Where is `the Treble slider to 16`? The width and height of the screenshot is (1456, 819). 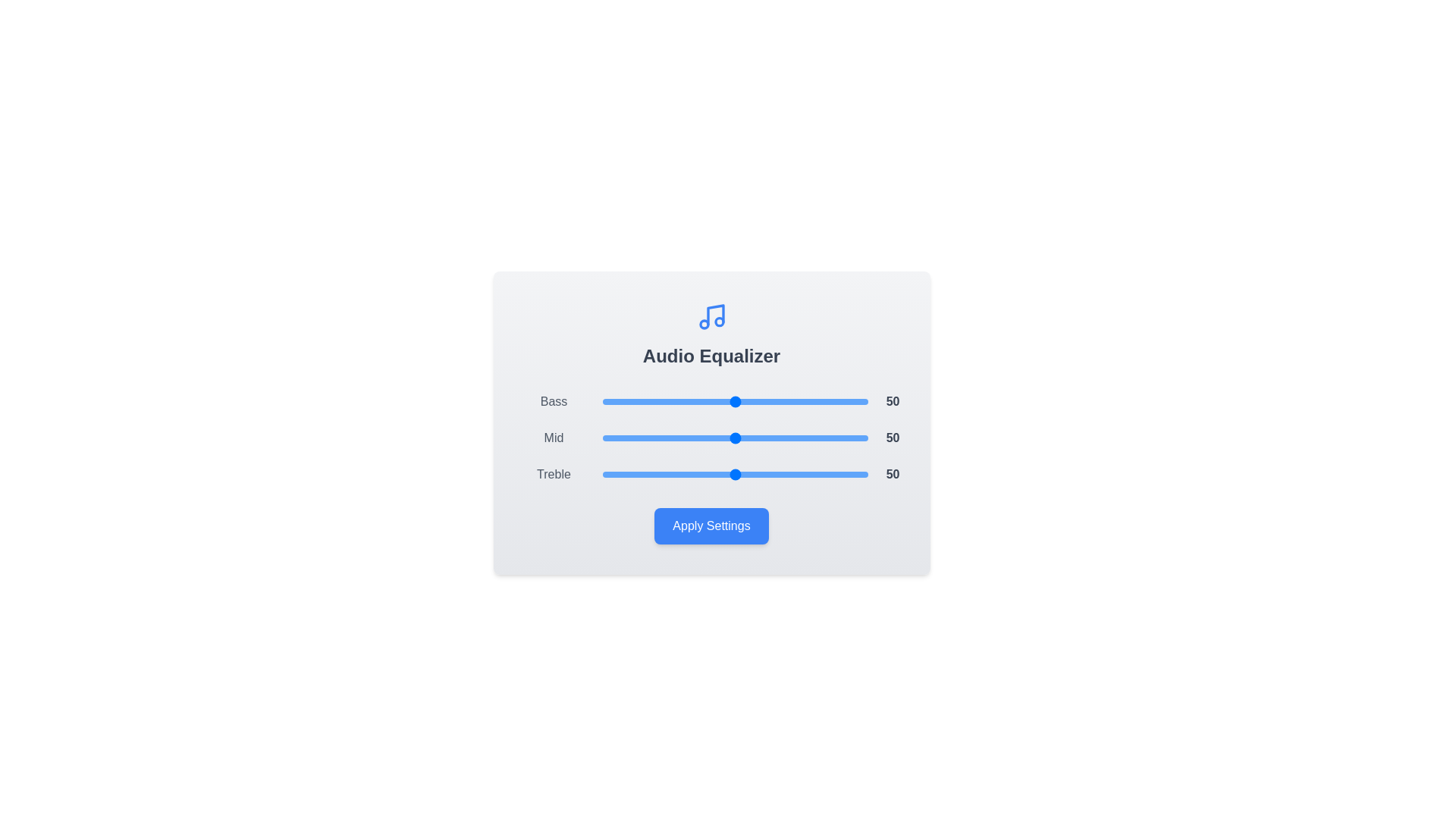 the Treble slider to 16 is located at coordinates (645, 473).